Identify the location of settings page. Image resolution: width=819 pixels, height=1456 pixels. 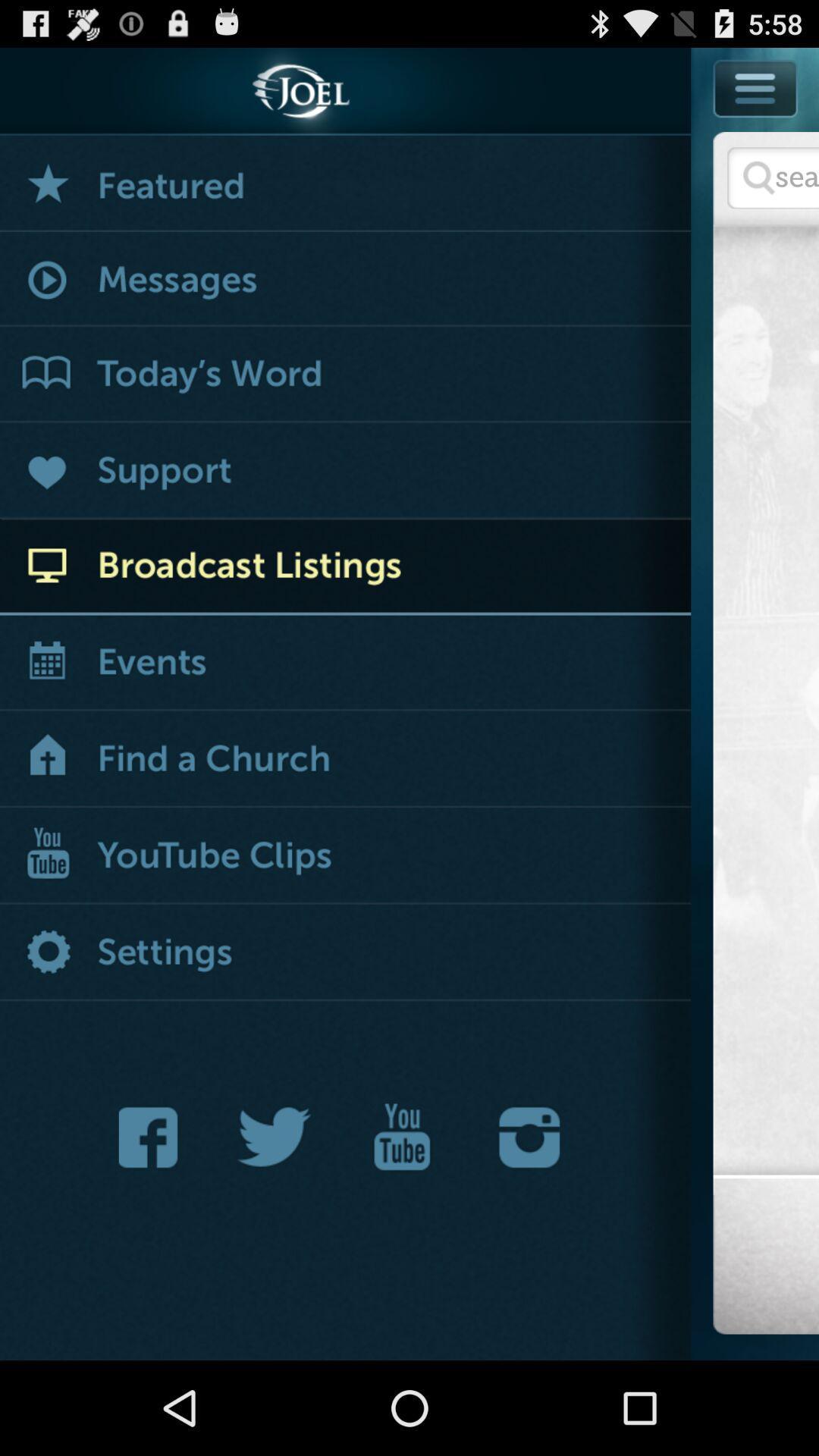
(345, 952).